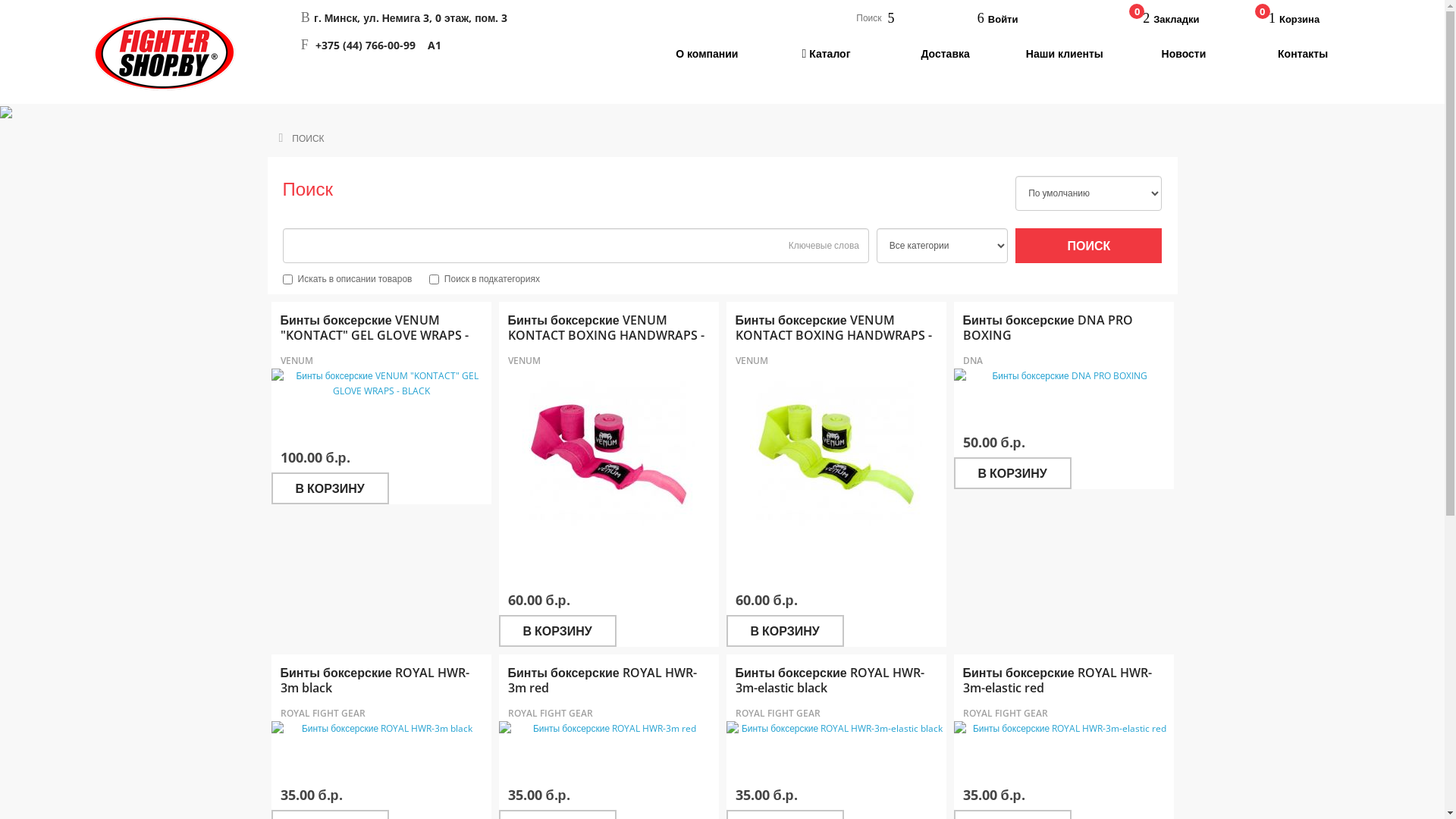 This screenshot has width=1456, height=819. What do you see at coordinates (752, 360) in the screenshot?
I see `'VENUM'` at bounding box center [752, 360].